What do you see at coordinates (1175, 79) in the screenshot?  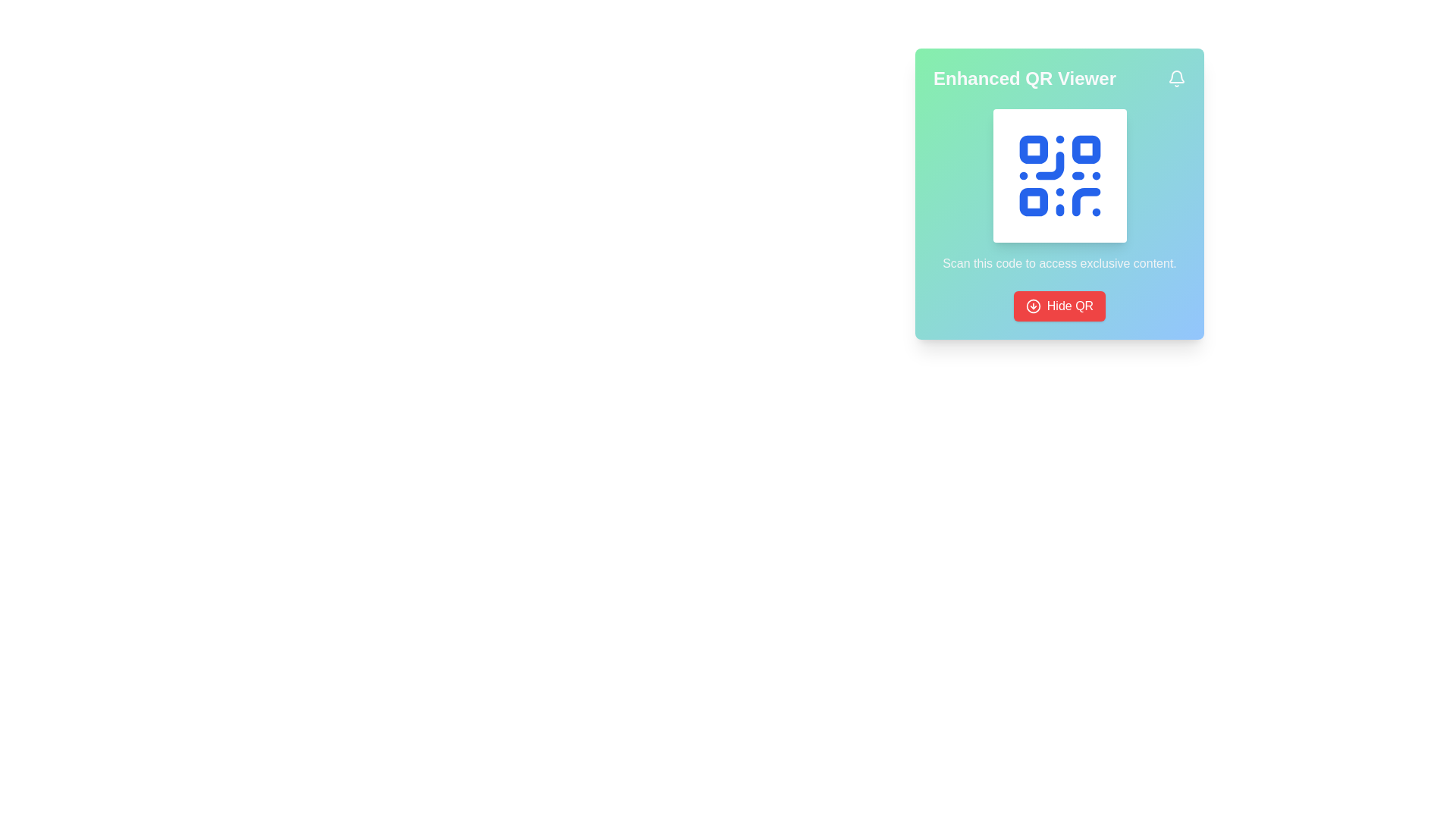 I see `the bell icon in the top-right corner of the header section labeled 'Enhanced QR Viewer'` at bounding box center [1175, 79].